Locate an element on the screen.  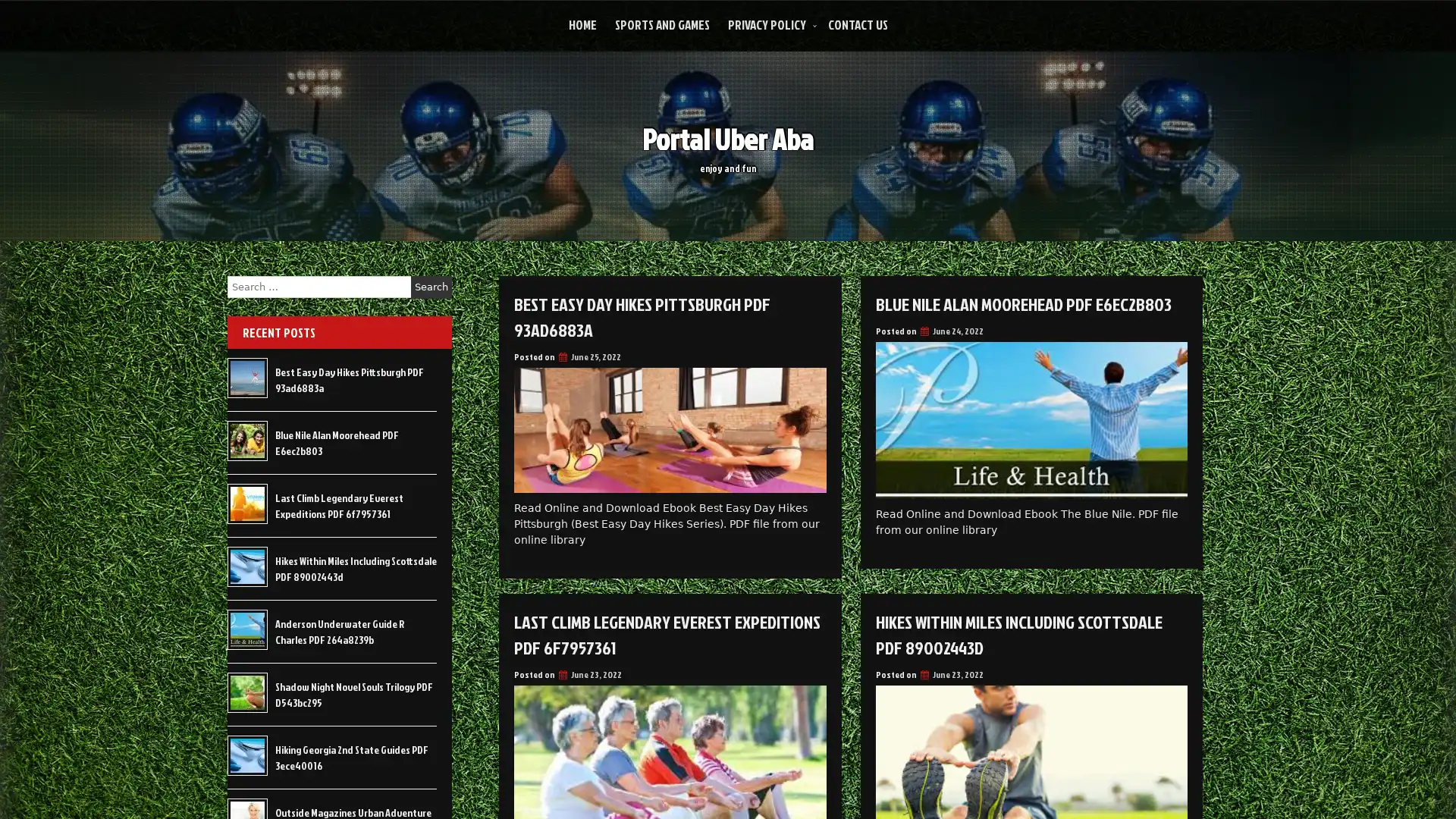
Search is located at coordinates (431, 287).